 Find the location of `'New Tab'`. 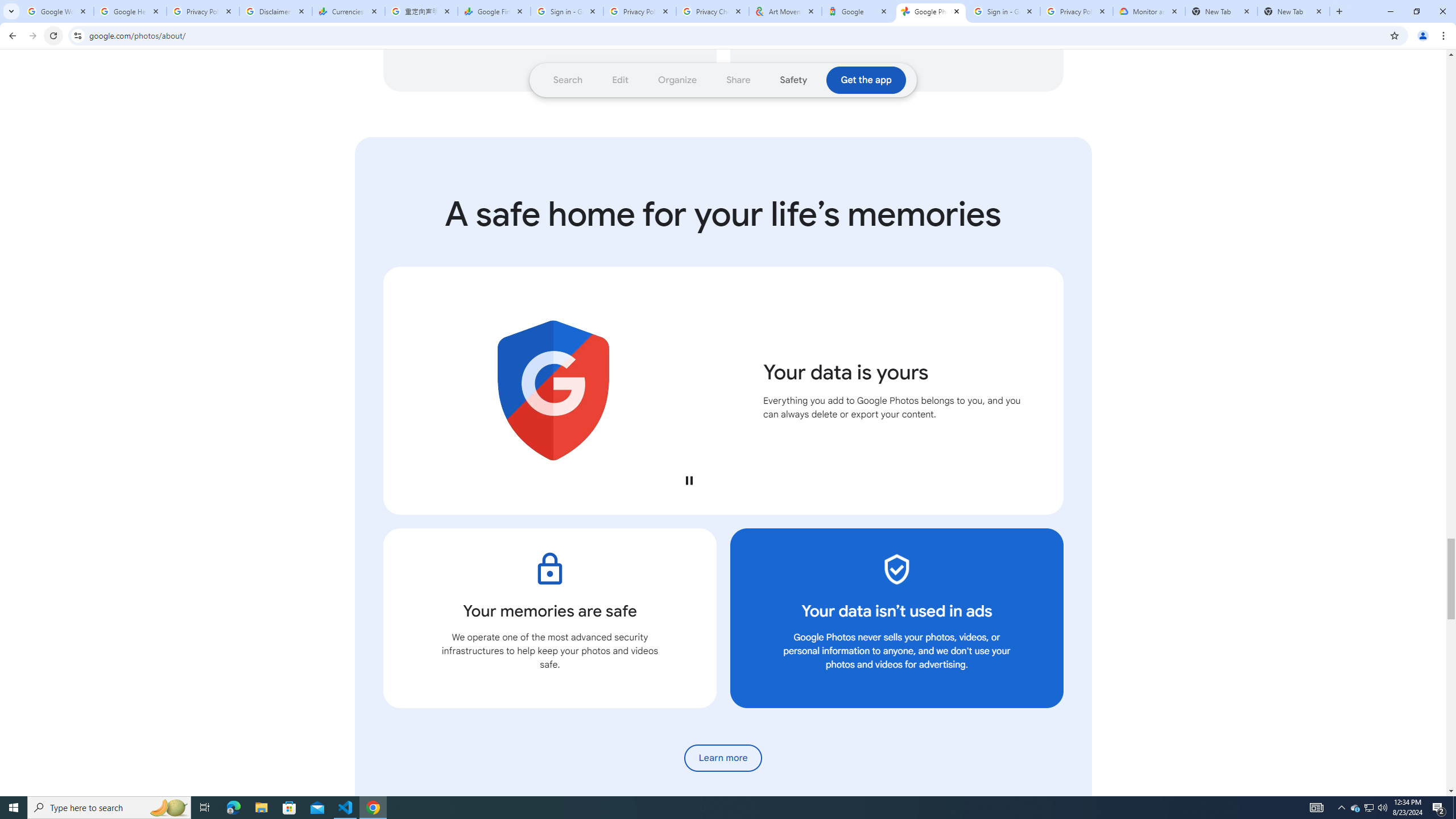

'New Tab' is located at coordinates (1293, 11).